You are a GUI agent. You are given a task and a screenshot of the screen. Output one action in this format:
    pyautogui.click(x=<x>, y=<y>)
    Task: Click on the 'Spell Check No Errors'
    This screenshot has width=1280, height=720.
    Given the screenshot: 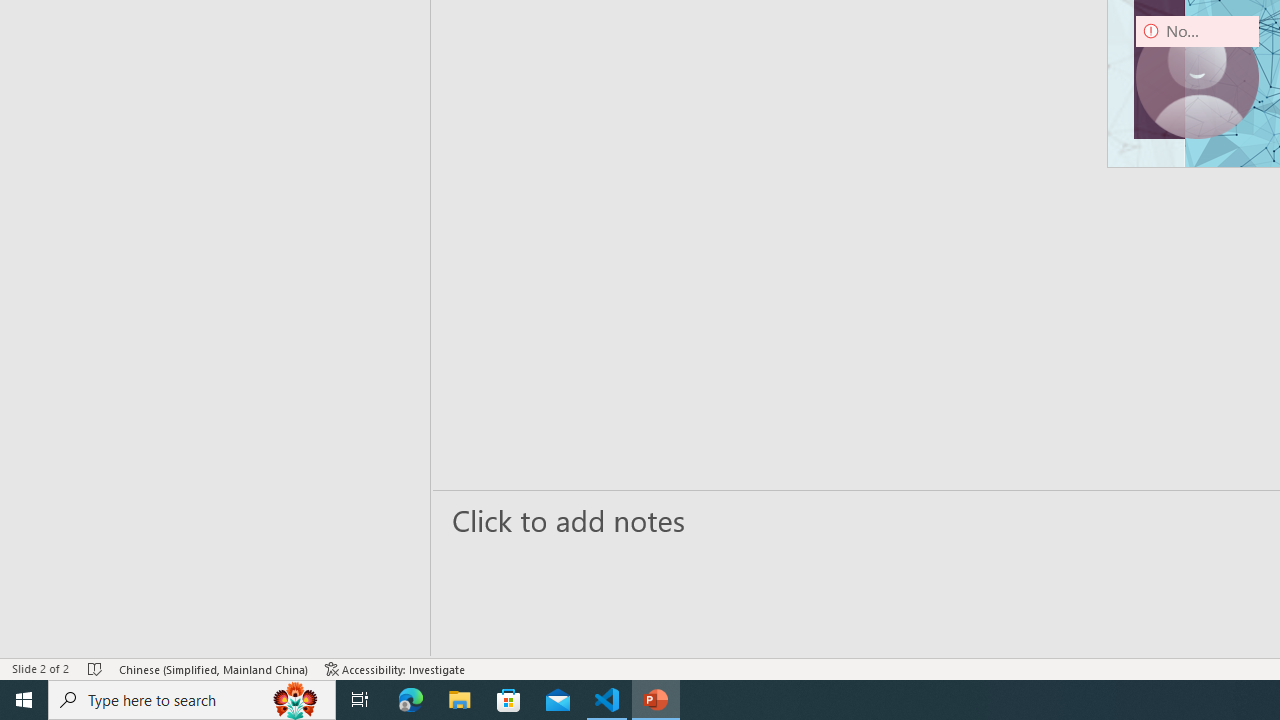 What is the action you would take?
    pyautogui.click(x=95, y=669)
    